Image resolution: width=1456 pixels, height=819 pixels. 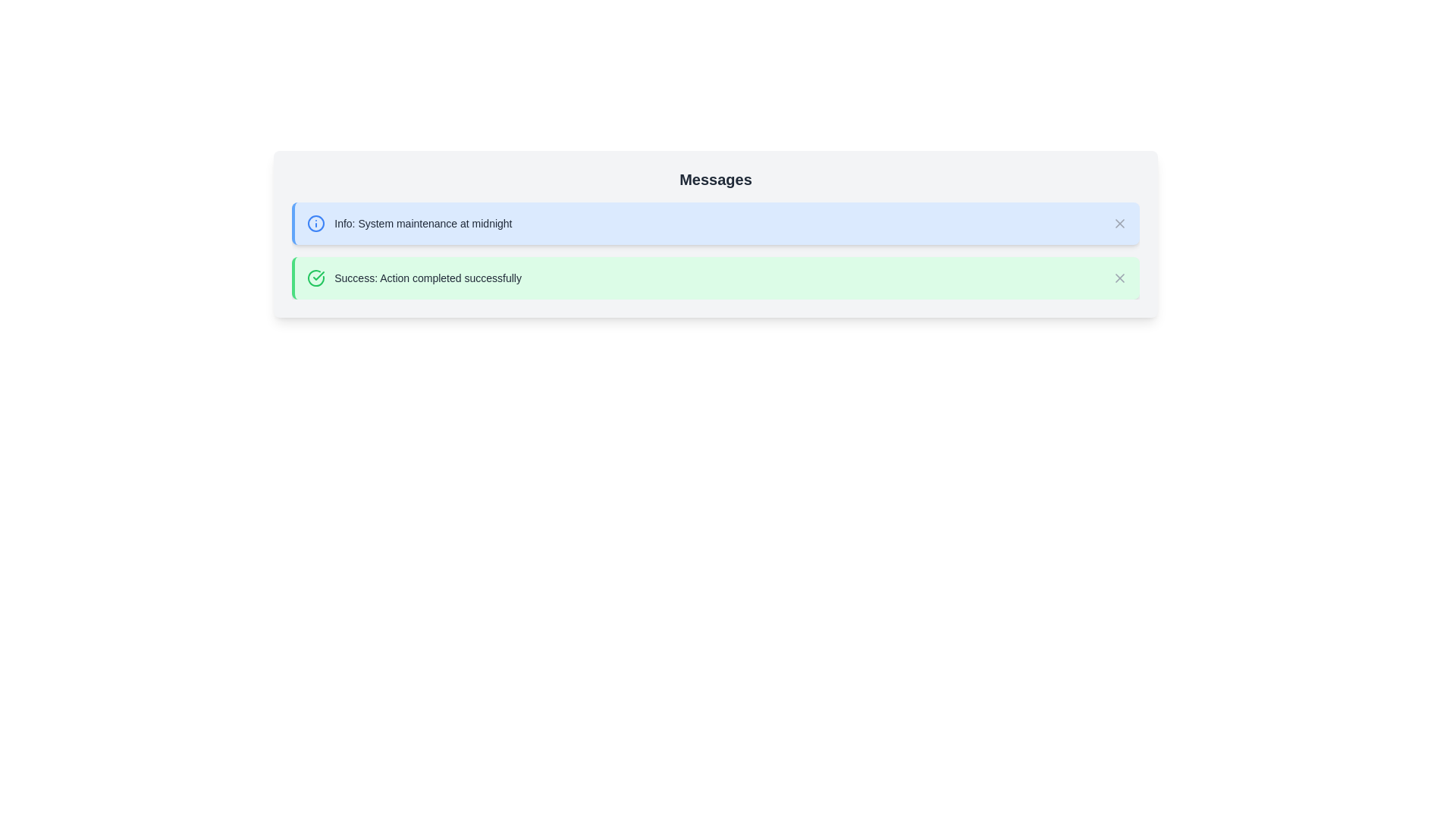 What do you see at coordinates (414, 278) in the screenshot?
I see `text 'Success: Action completed successfully' displayed in smaller gray text within a green notification box, which is preceded by a green circular checkmark icon` at bounding box center [414, 278].